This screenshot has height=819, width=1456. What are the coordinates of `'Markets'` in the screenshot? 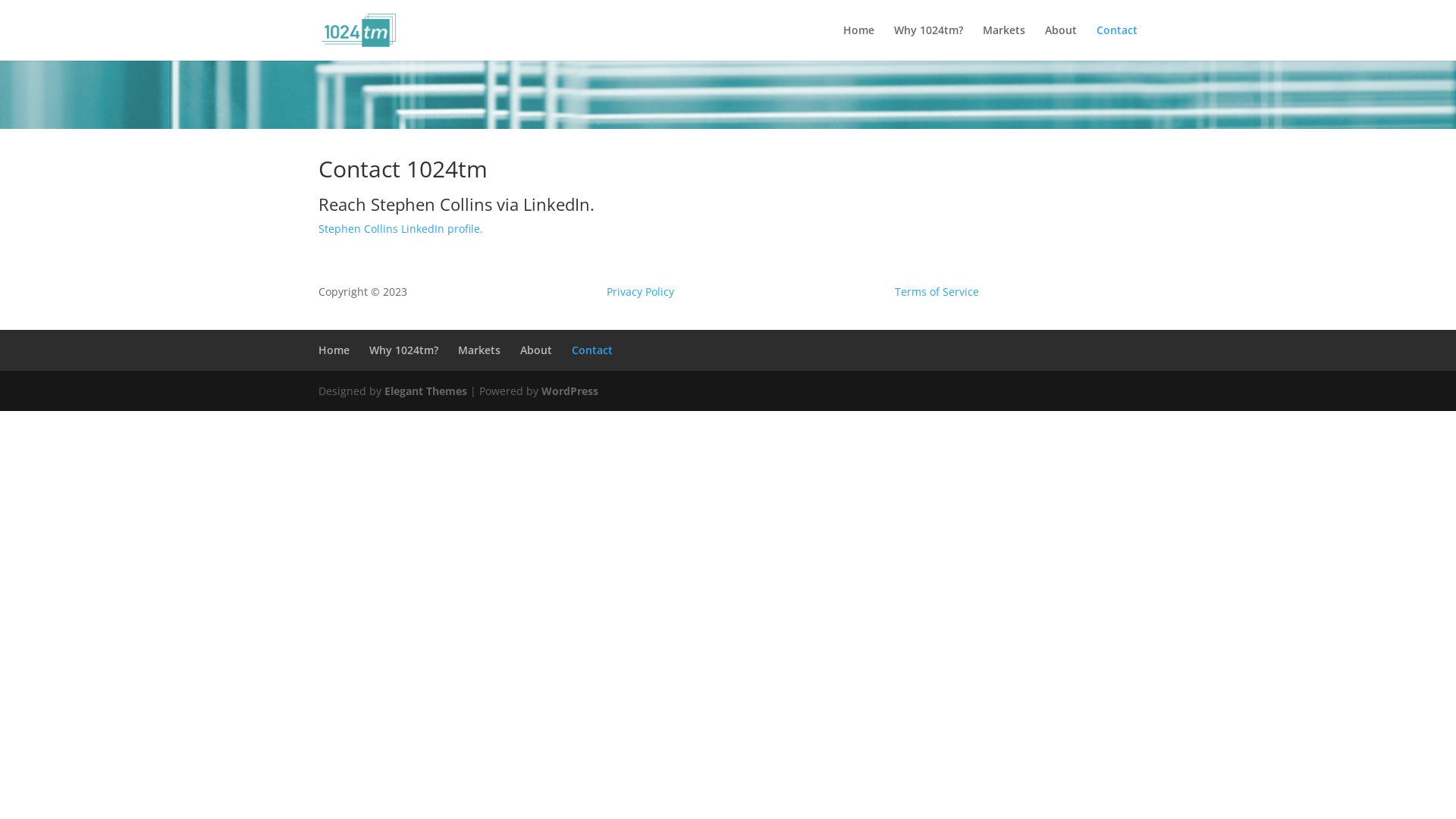 It's located at (479, 350).